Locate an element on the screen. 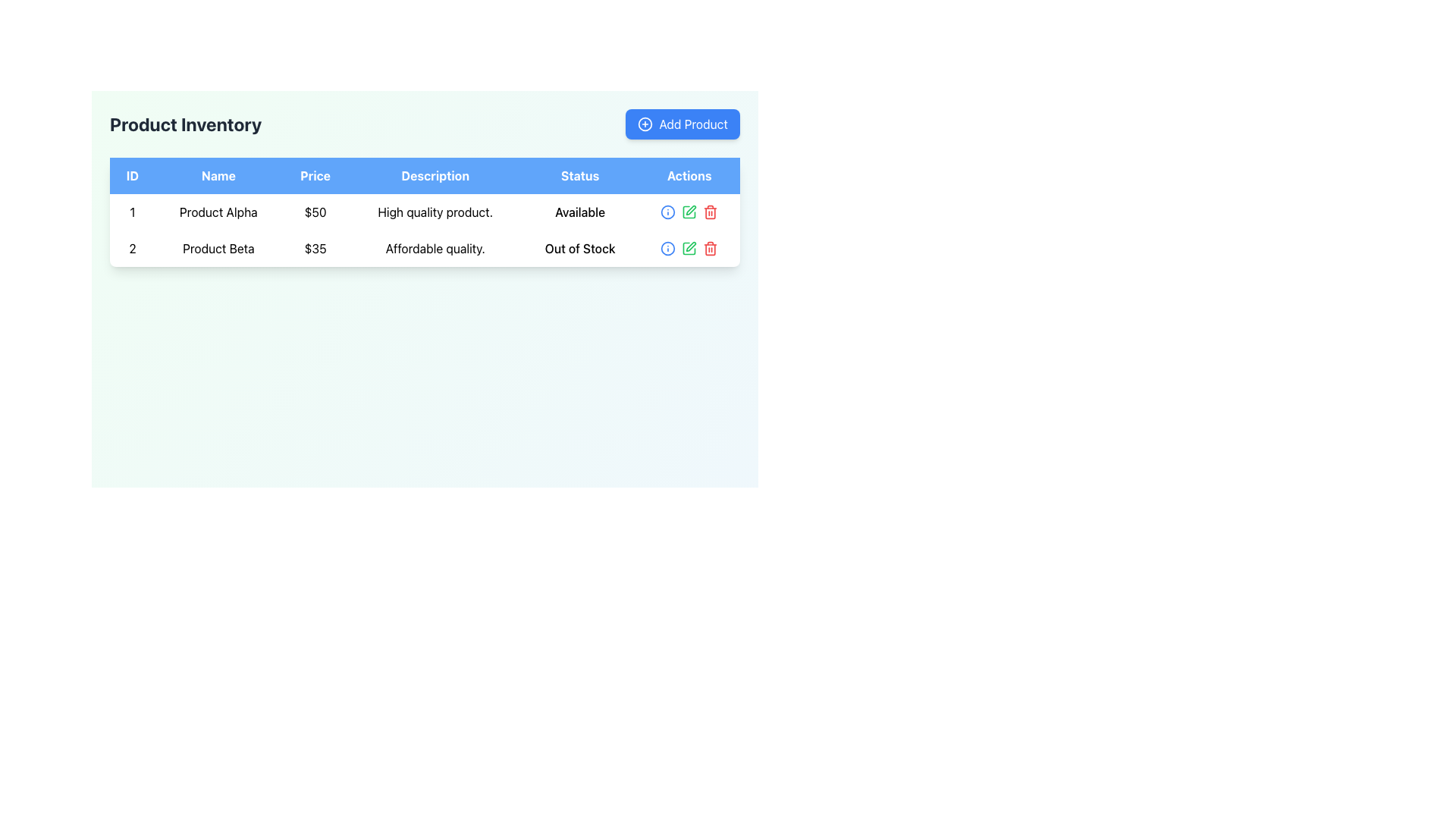 This screenshot has width=1456, height=819. price text displayed for 'Product Beta' in the 'Price' column, located in the second row and third column of the table is located at coordinates (315, 247).